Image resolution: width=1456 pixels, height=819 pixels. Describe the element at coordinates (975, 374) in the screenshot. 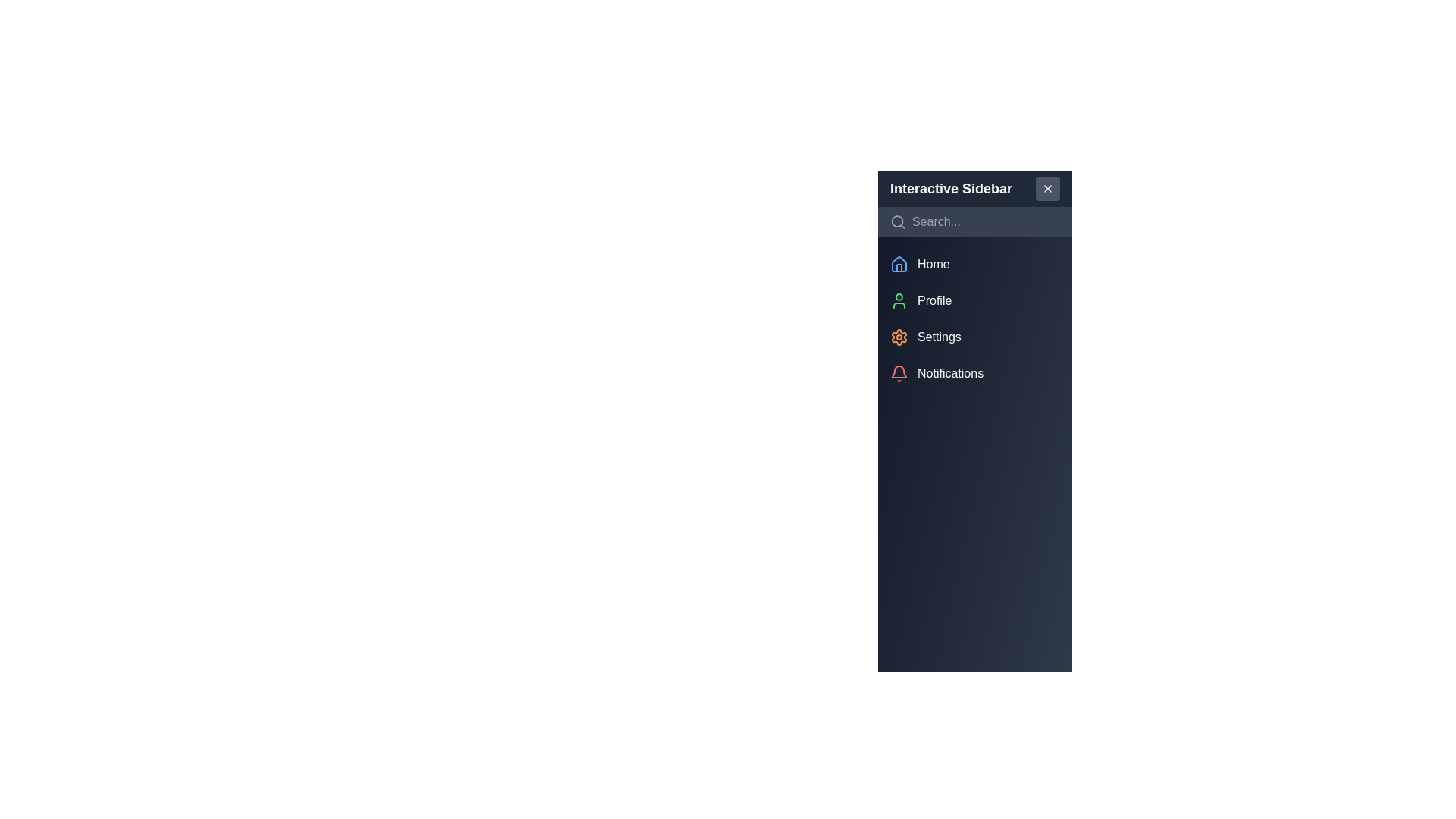

I see `the fourth navigation link in the vertical sidebar that contains a bell icon and the text 'Notifications'` at that location.